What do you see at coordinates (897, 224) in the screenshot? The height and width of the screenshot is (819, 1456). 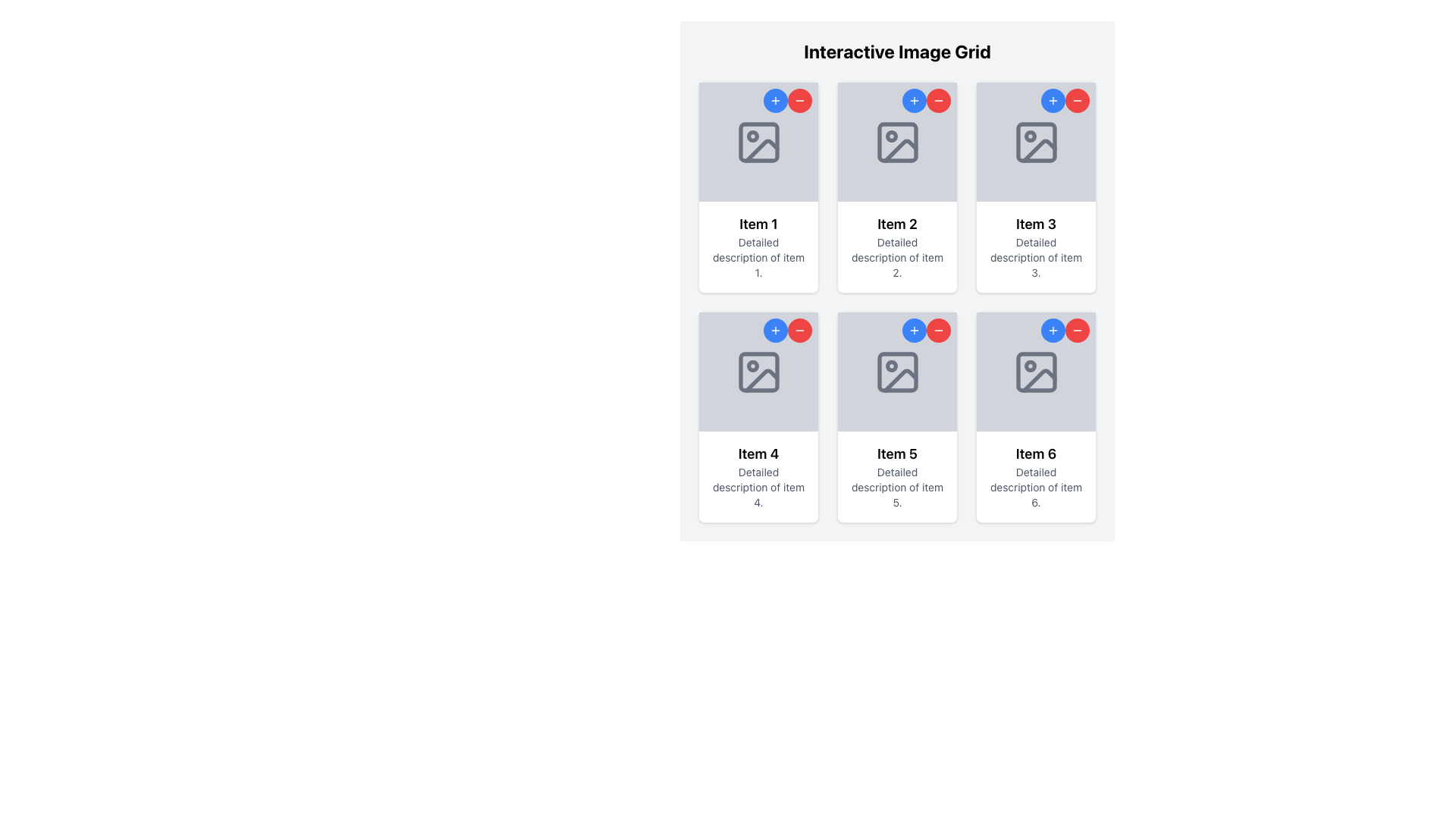 I see `Heading or Label Text located at the top of the second card in a 2x3 grid, which provides a brief identifier for the card's content` at bounding box center [897, 224].